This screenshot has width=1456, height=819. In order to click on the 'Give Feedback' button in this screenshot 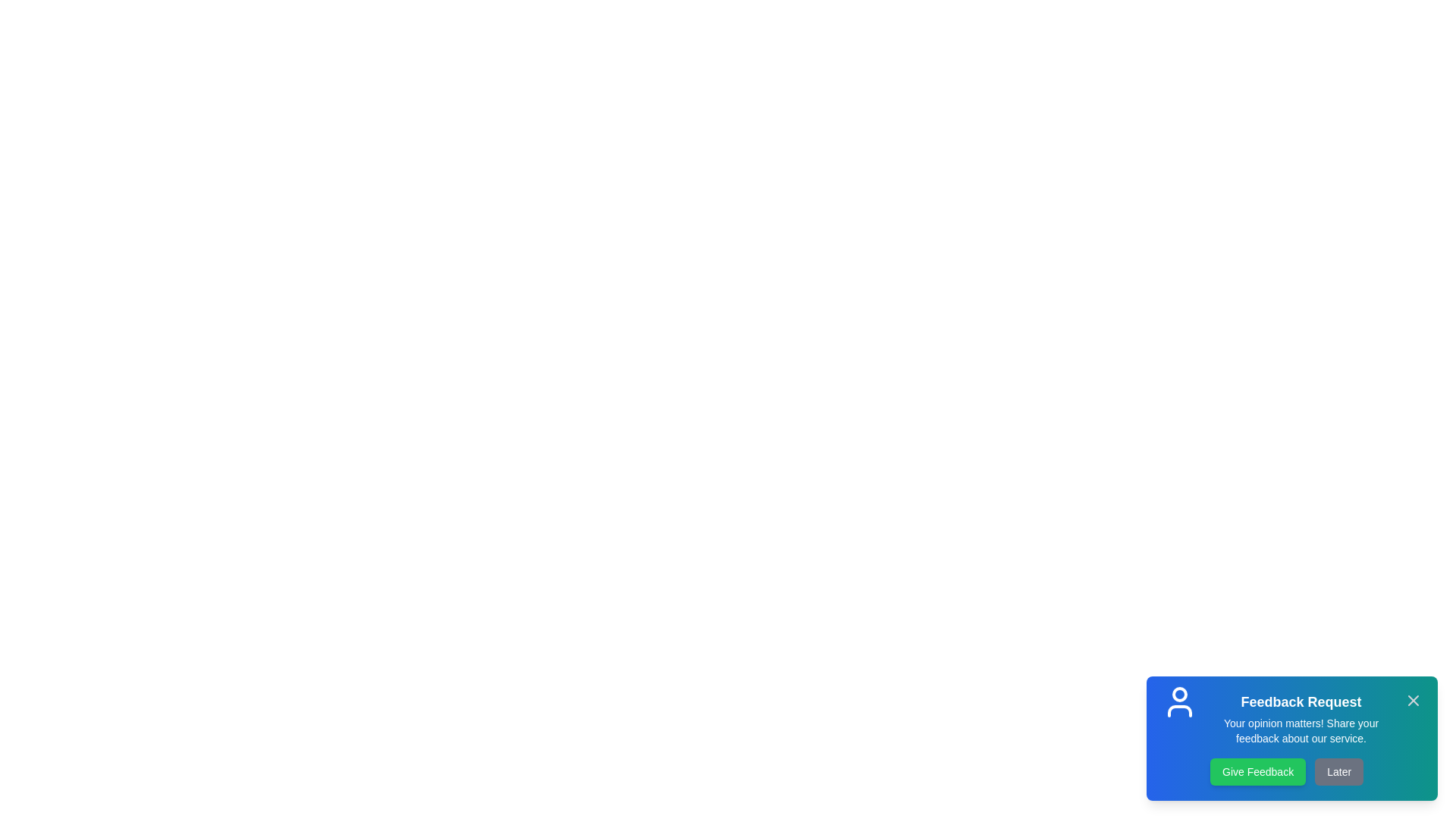, I will do `click(1258, 772)`.